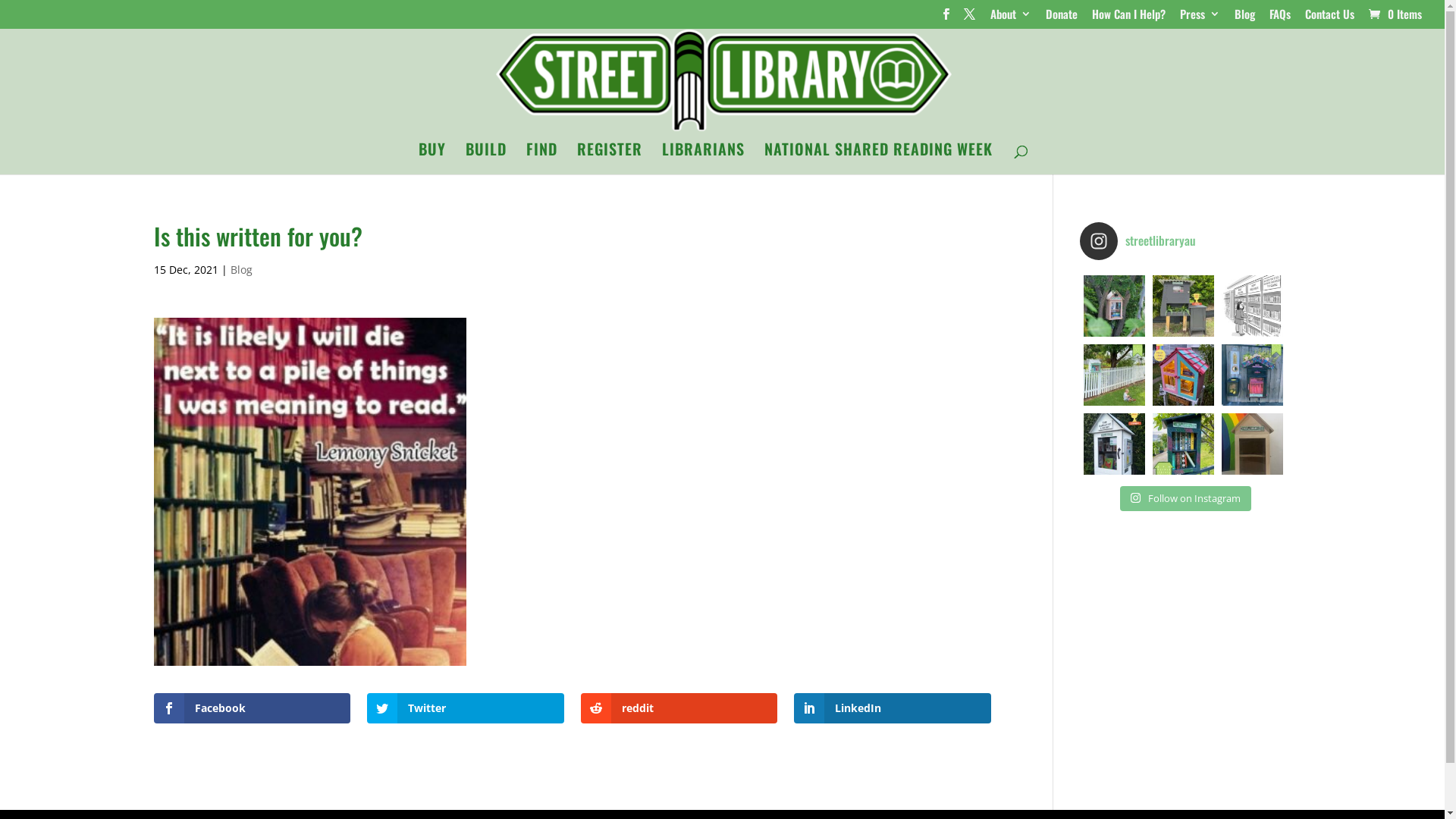 The image size is (1456, 819). I want to click on 'BUILD', so click(486, 158).